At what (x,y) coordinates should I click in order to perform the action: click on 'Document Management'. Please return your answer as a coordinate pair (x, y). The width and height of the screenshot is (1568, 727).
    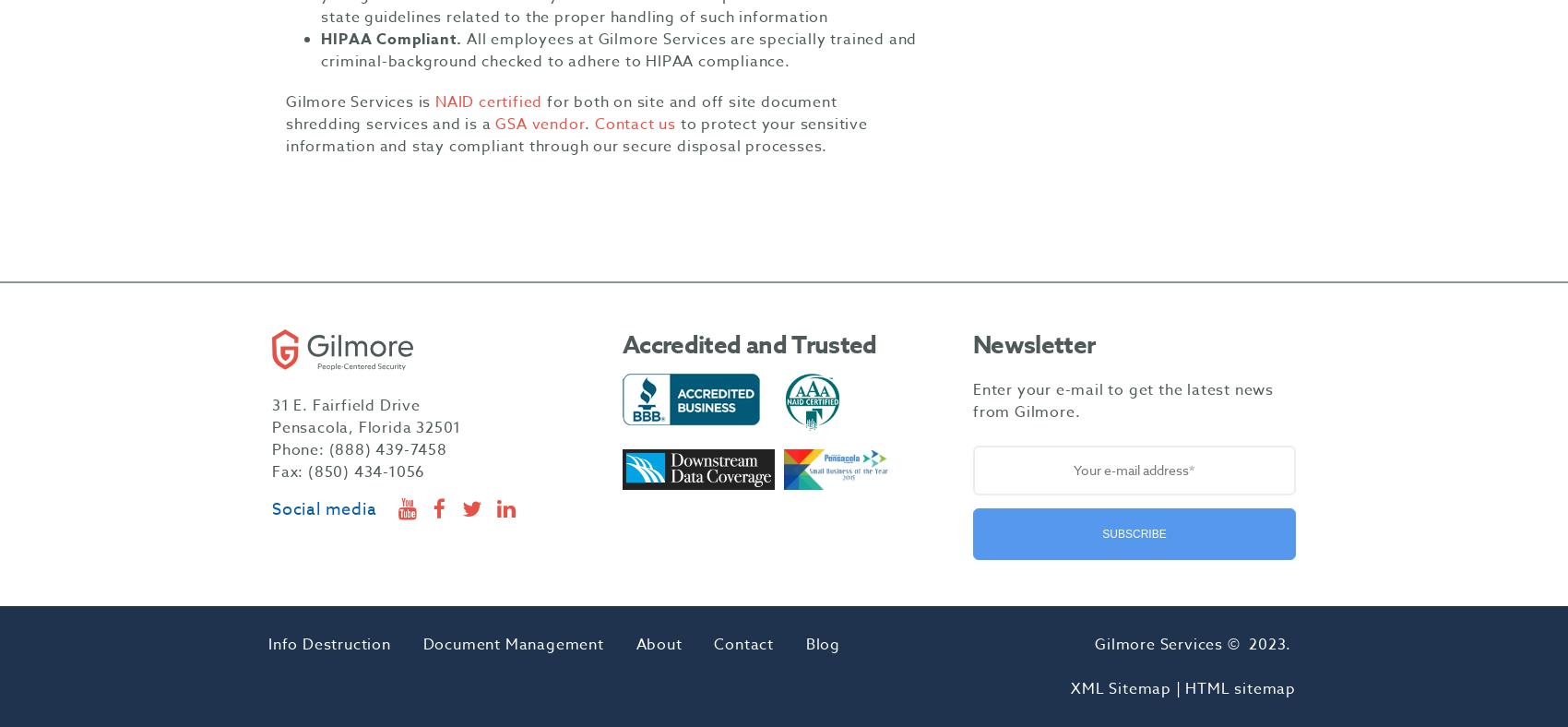
    Looking at the image, I should click on (512, 645).